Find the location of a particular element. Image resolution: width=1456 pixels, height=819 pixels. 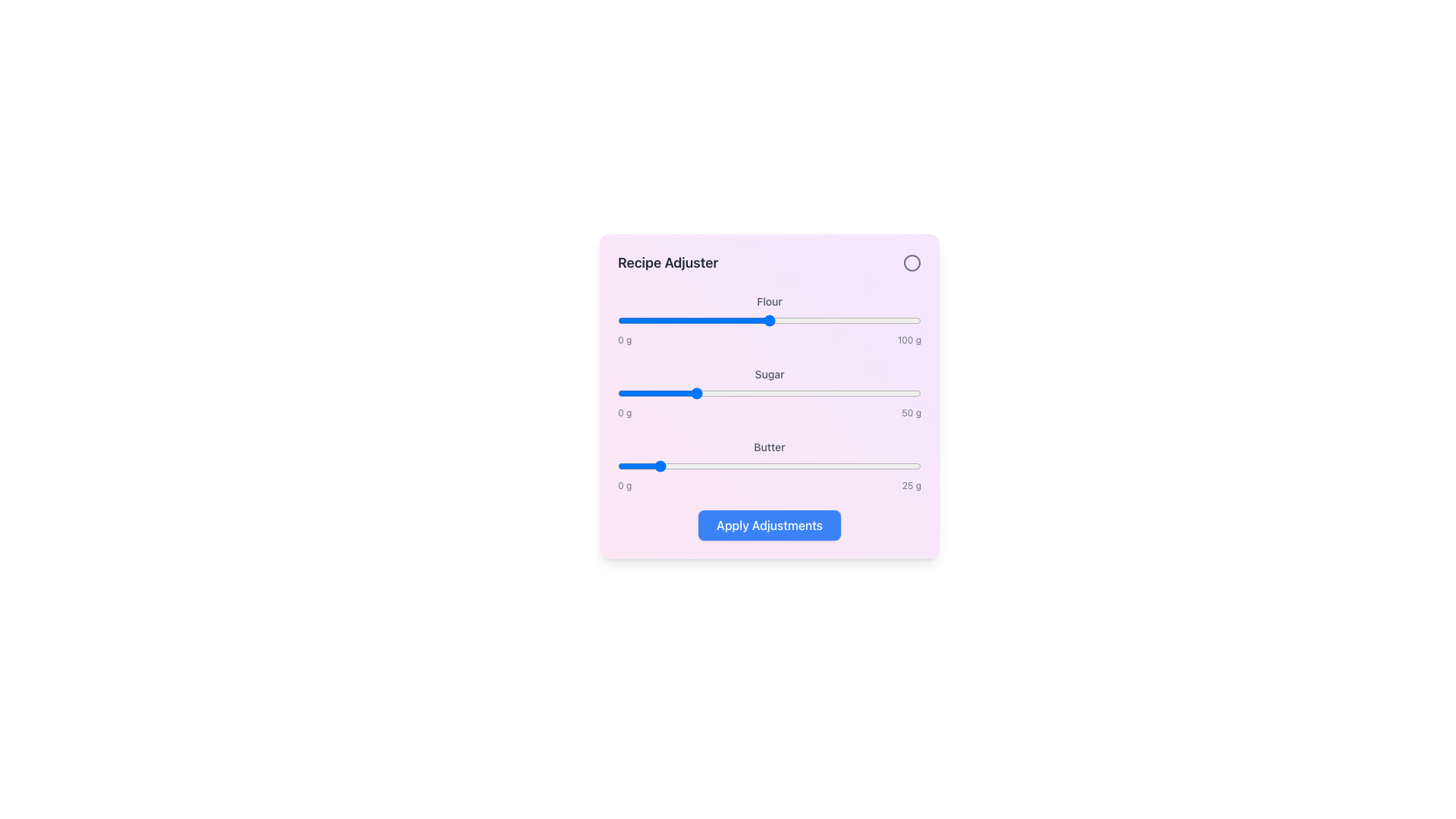

the text label displaying '0 g' located at the bottom-left corner of the 'Sugar' slider is located at coordinates (625, 339).